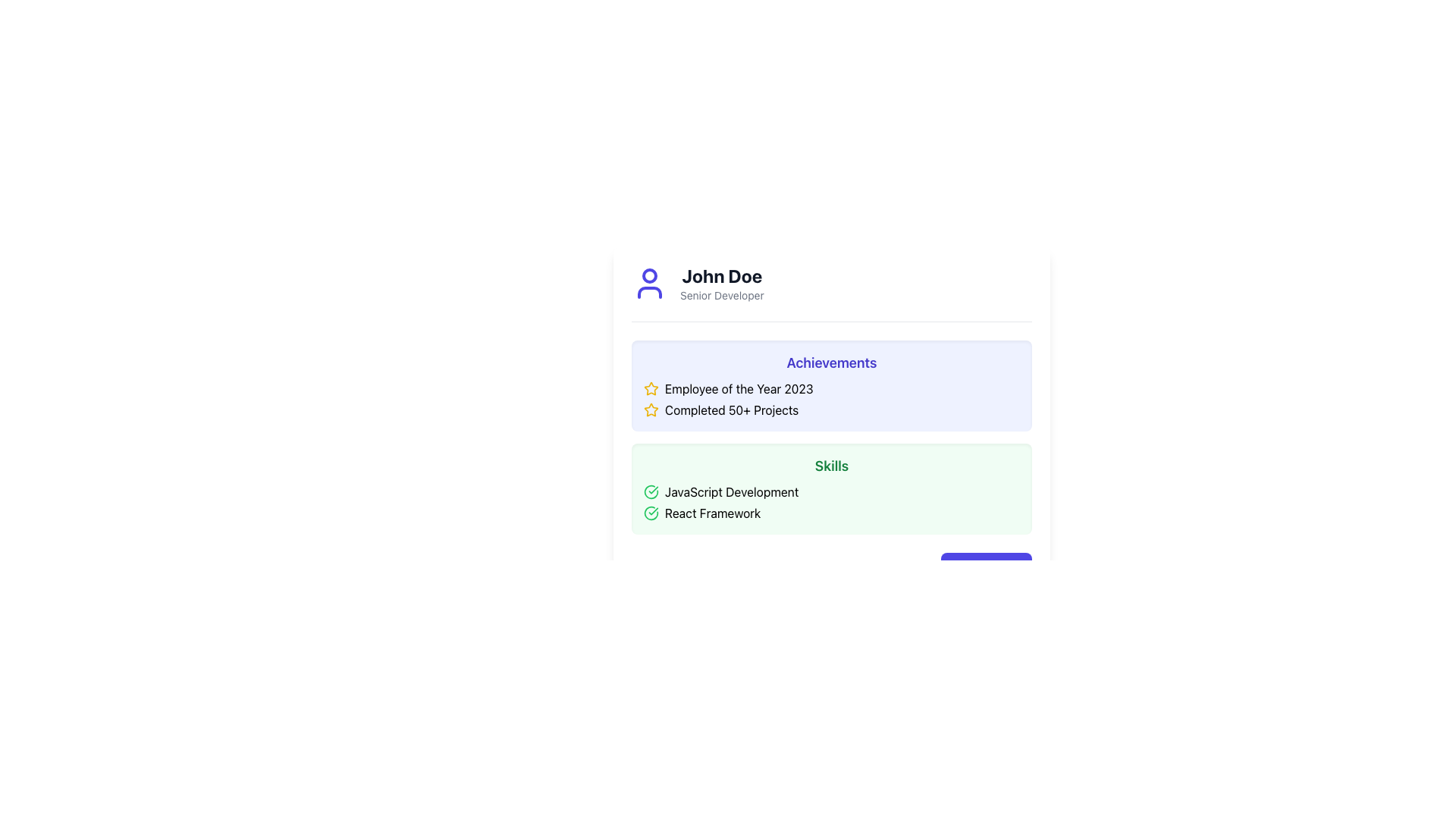 The image size is (1456, 819). Describe the element at coordinates (650, 275) in the screenshot. I see `the Decorative SVG Circle Element located at the top-left part of the profile picture area, which is styled with a small radius and a simple outline` at that location.